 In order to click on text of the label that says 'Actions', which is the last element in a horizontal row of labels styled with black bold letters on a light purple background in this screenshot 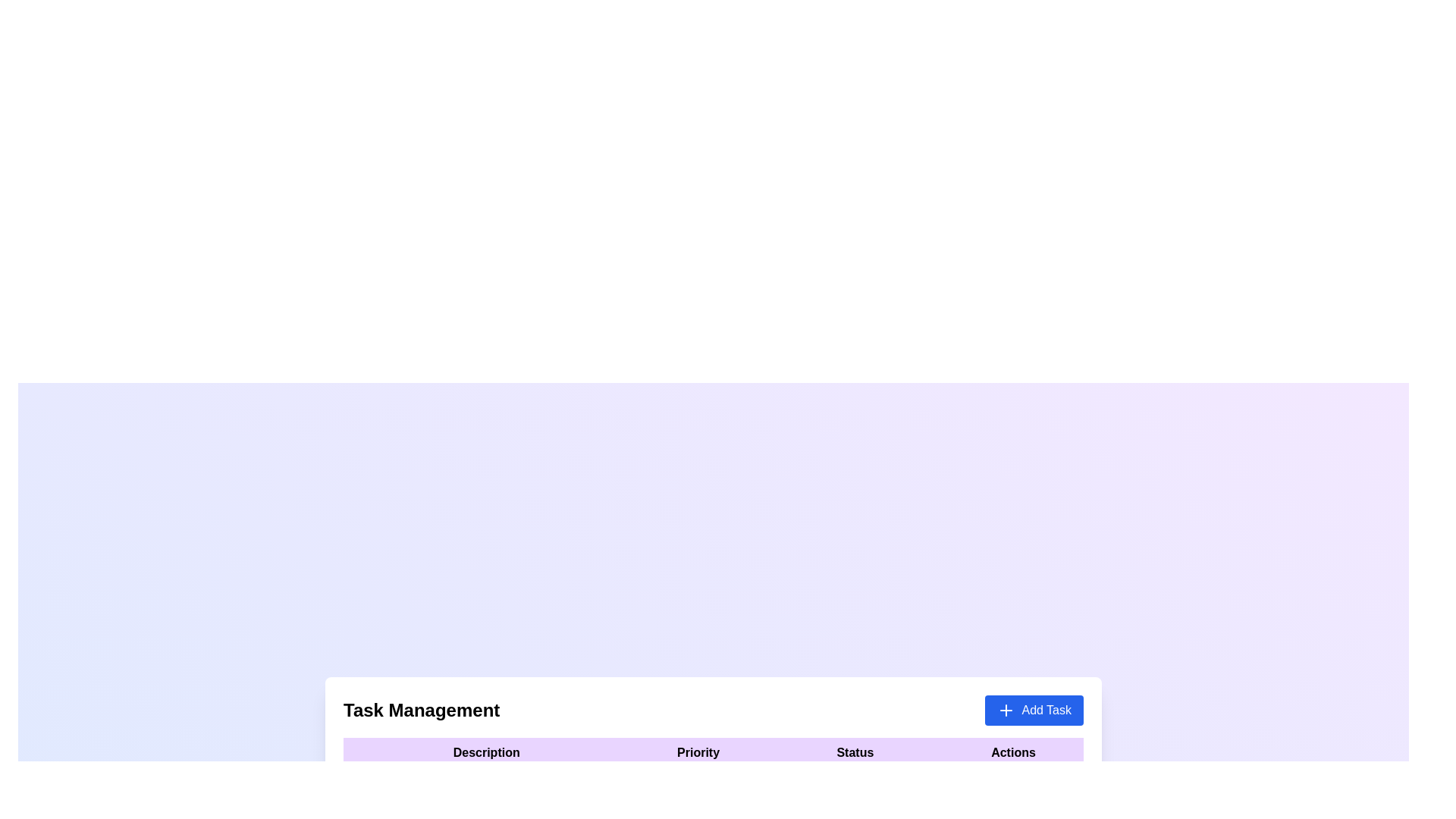, I will do `click(1013, 752)`.